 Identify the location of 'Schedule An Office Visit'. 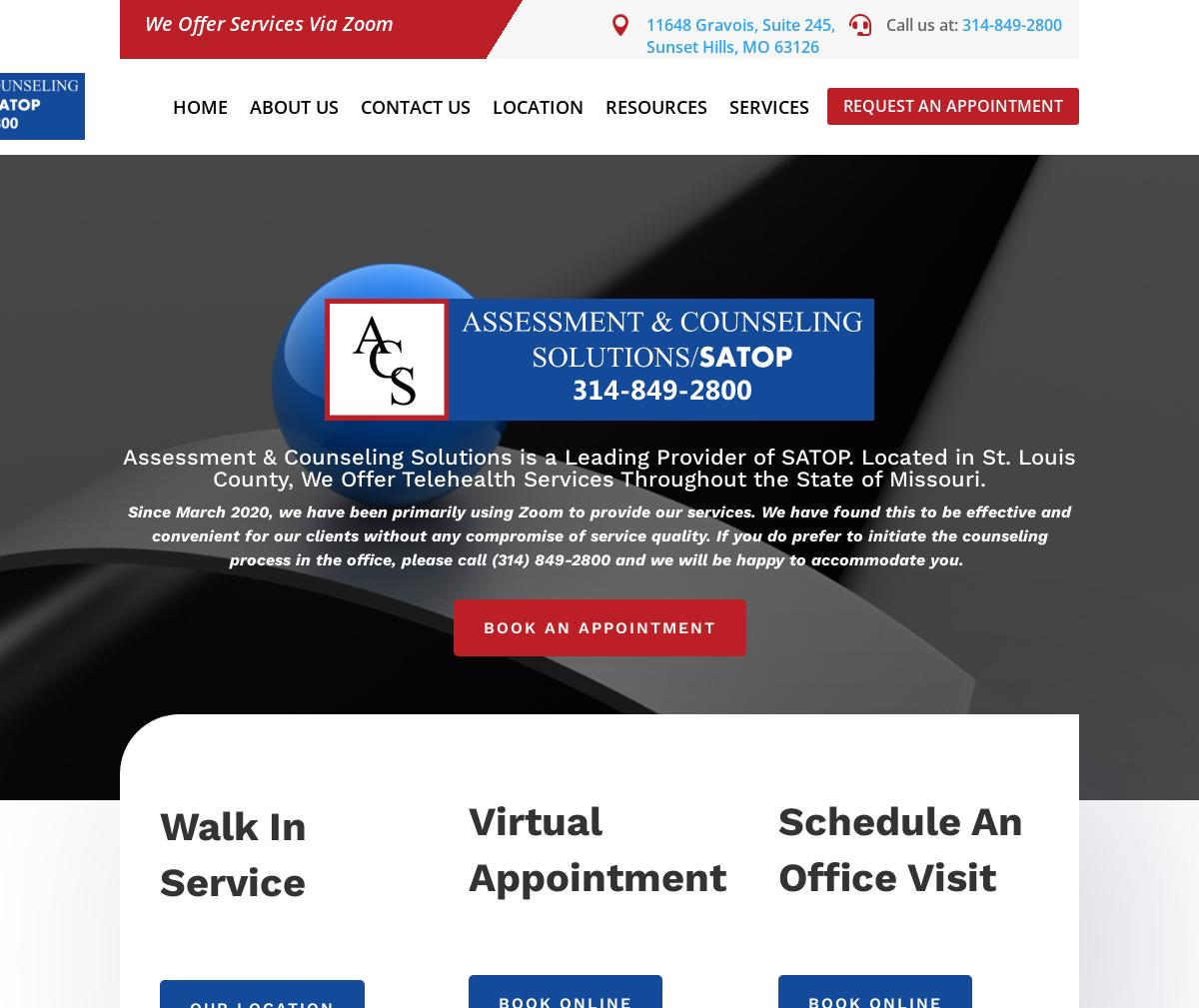
(899, 848).